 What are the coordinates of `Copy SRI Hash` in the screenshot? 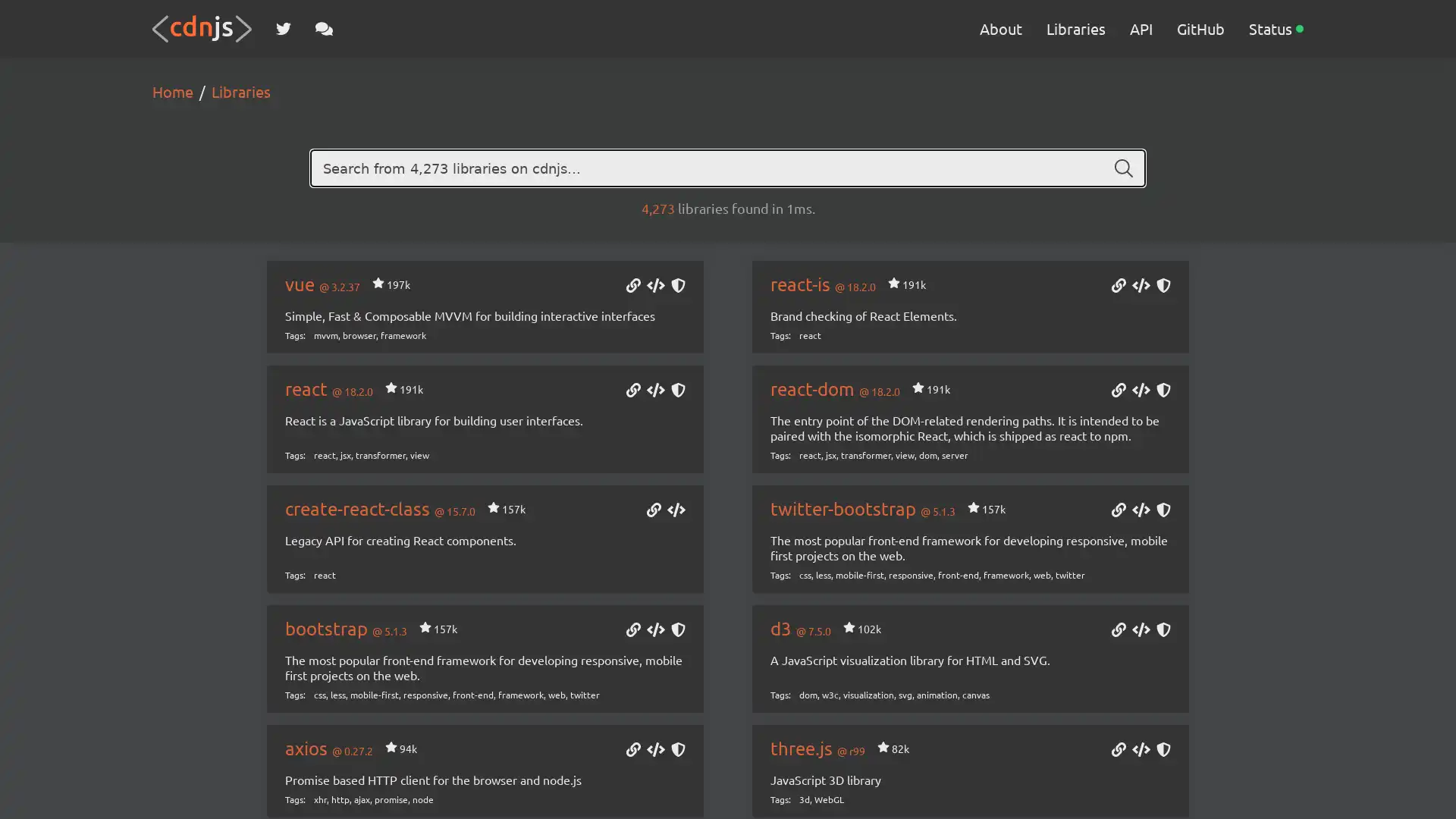 It's located at (676, 631).